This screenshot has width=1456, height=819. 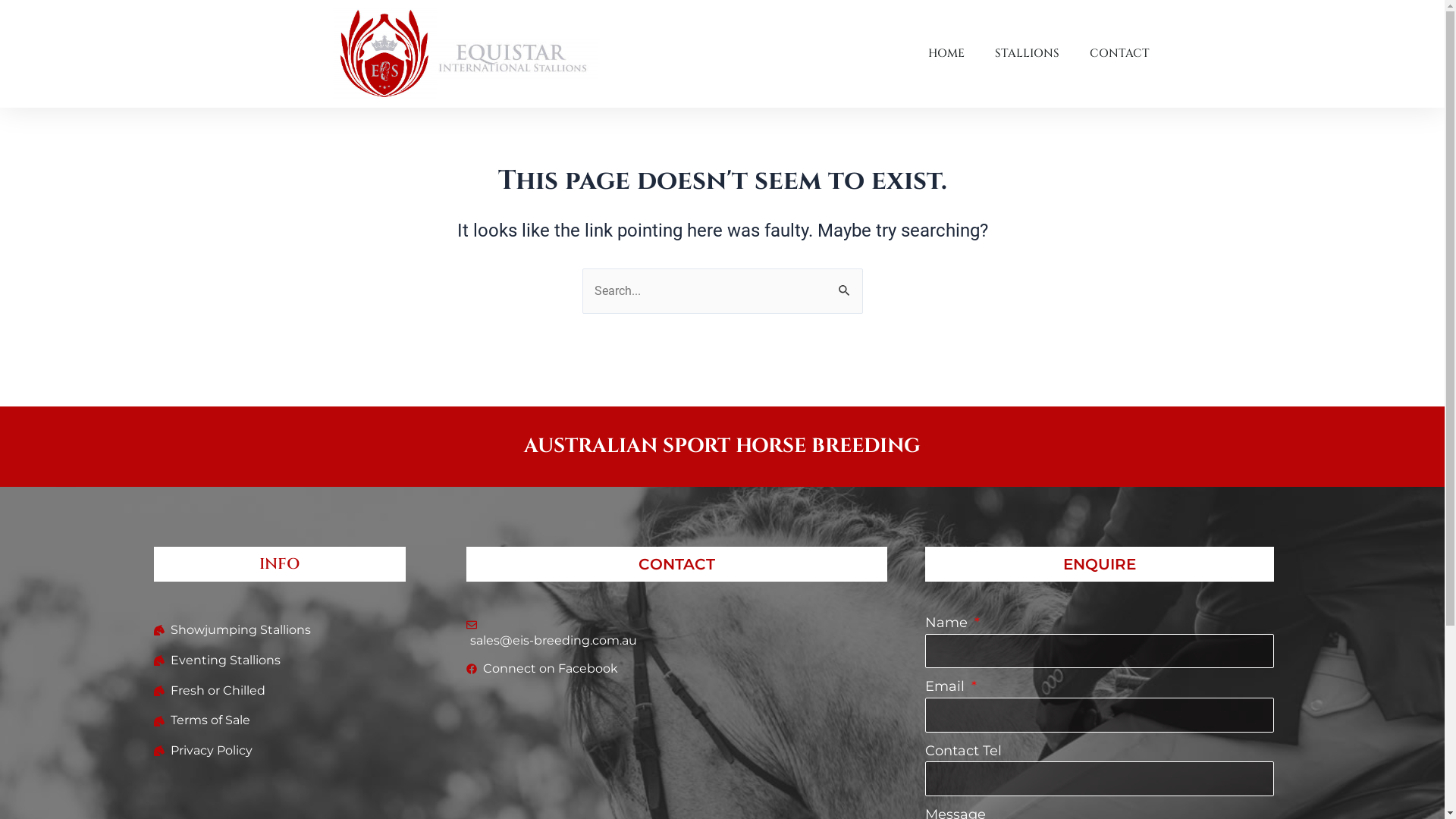 What do you see at coordinates (676, 635) in the screenshot?
I see `'sales@eis-breeding.com.au'` at bounding box center [676, 635].